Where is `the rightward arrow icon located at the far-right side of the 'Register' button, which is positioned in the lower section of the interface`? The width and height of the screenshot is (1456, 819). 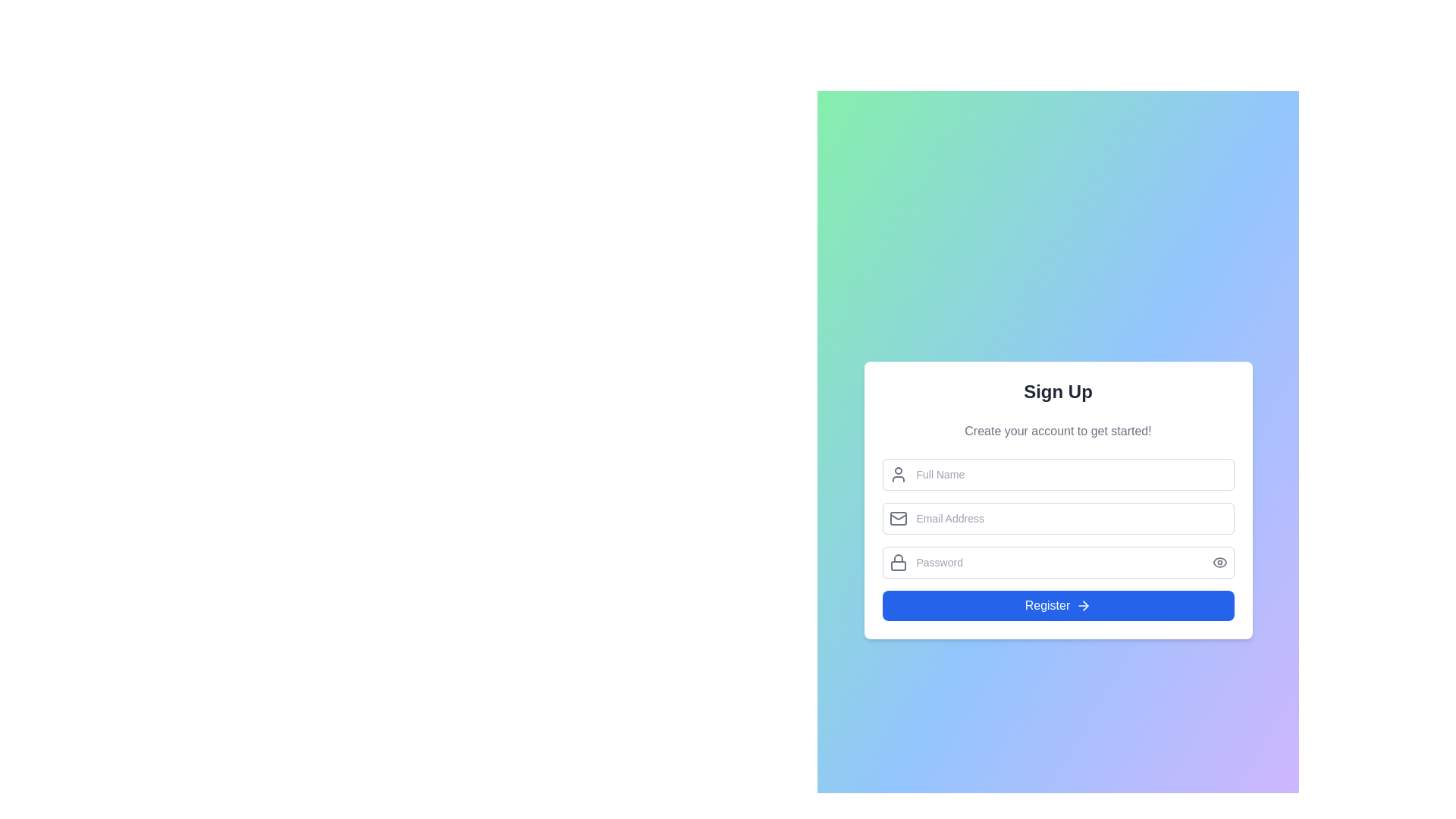 the rightward arrow icon located at the far-right side of the 'Register' button, which is positioned in the lower section of the interface is located at coordinates (1083, 604).